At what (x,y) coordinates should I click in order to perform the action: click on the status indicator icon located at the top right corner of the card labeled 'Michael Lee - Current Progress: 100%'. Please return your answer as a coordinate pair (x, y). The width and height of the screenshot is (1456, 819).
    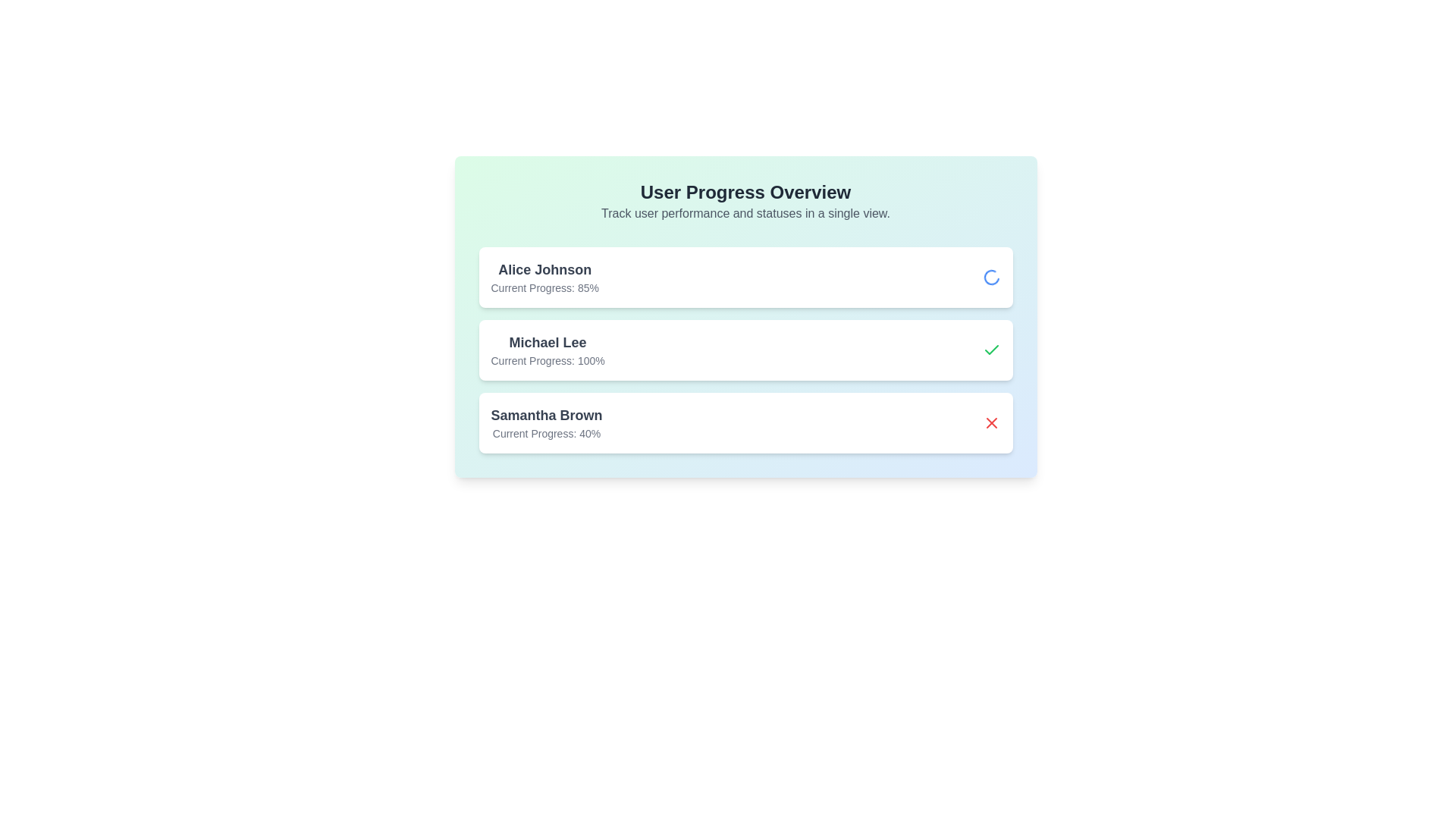
    Looking at the image, I should click on (991, 350).